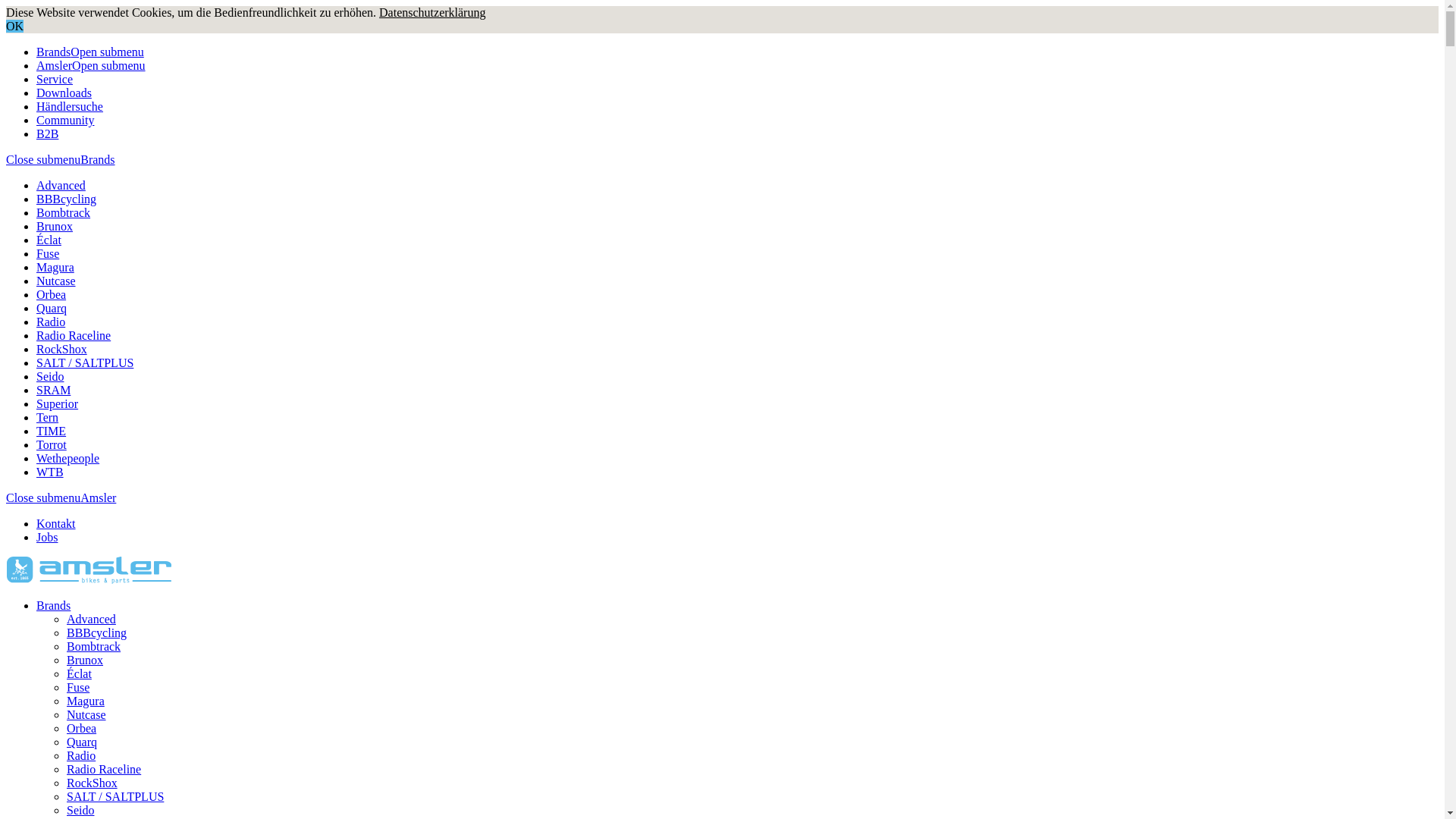 The height and width of the screenshot is (819, 1456). I want to click on 'B2B', so click(47, 133).